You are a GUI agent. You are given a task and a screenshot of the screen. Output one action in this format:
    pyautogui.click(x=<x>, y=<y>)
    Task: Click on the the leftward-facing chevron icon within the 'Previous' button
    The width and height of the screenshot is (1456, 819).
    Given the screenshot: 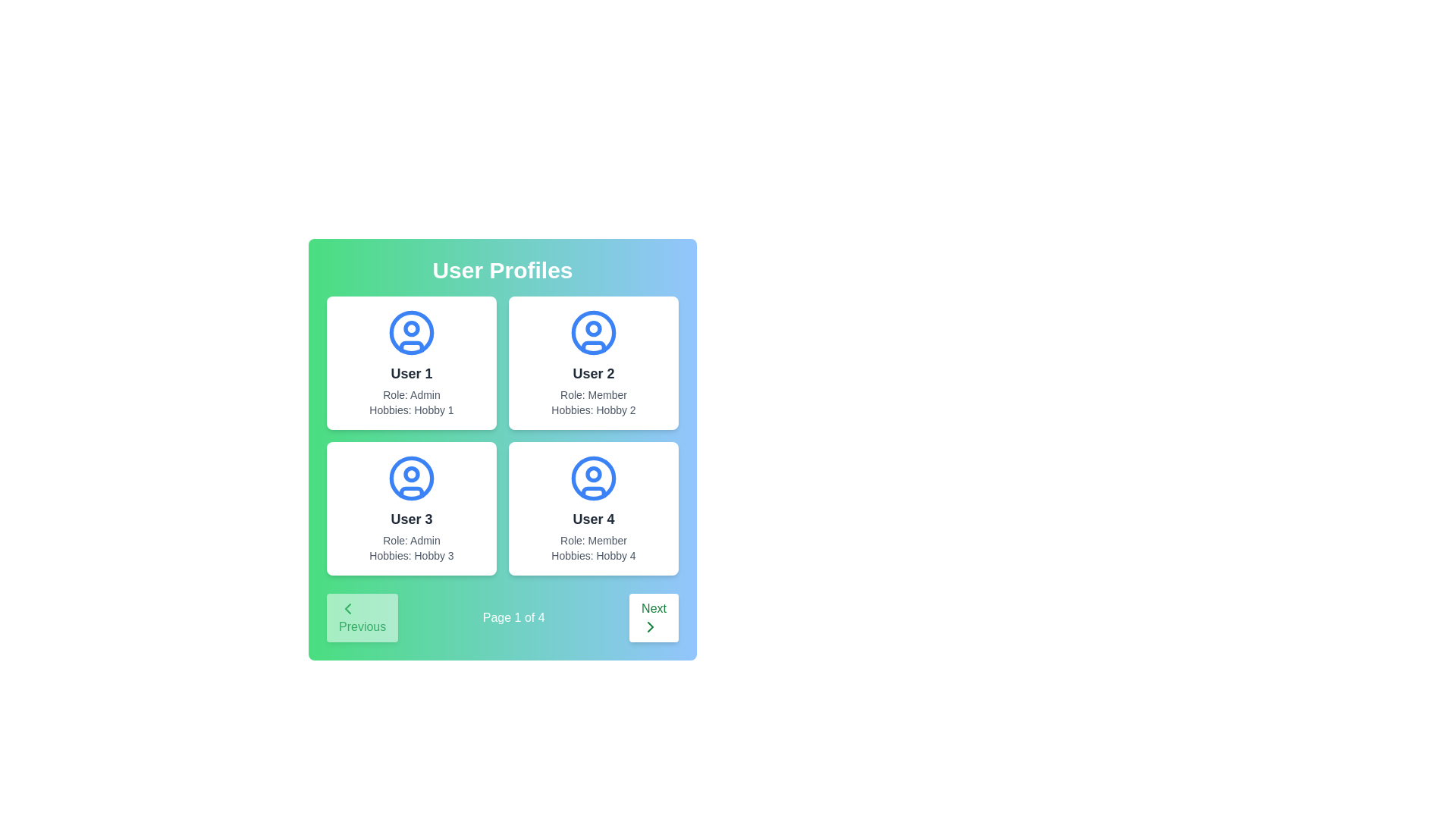 What is the action you would take?
    pyautogui.click(x=347, y=607)
    